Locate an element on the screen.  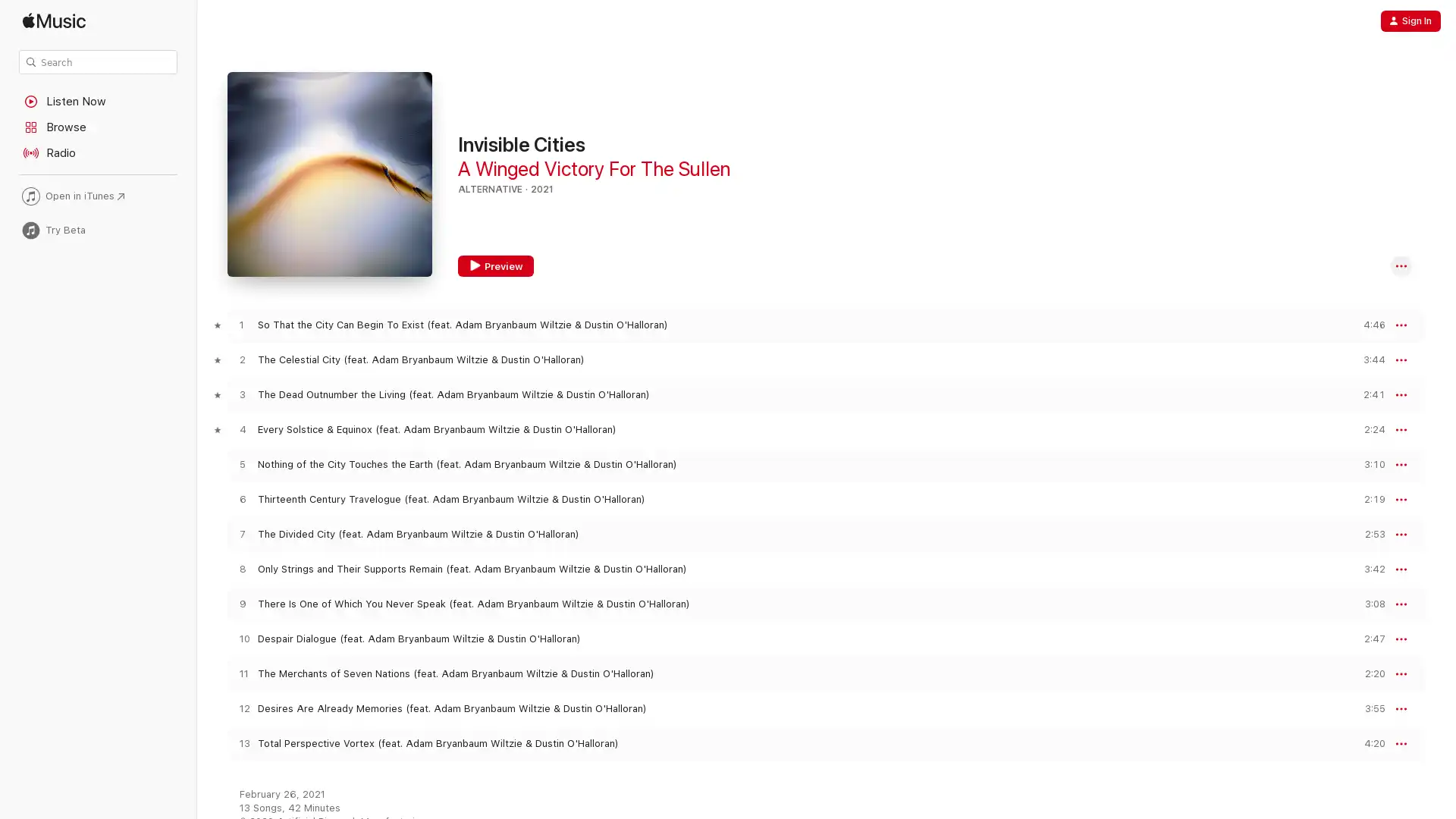
Preview is located at coordinates (1368, 569).